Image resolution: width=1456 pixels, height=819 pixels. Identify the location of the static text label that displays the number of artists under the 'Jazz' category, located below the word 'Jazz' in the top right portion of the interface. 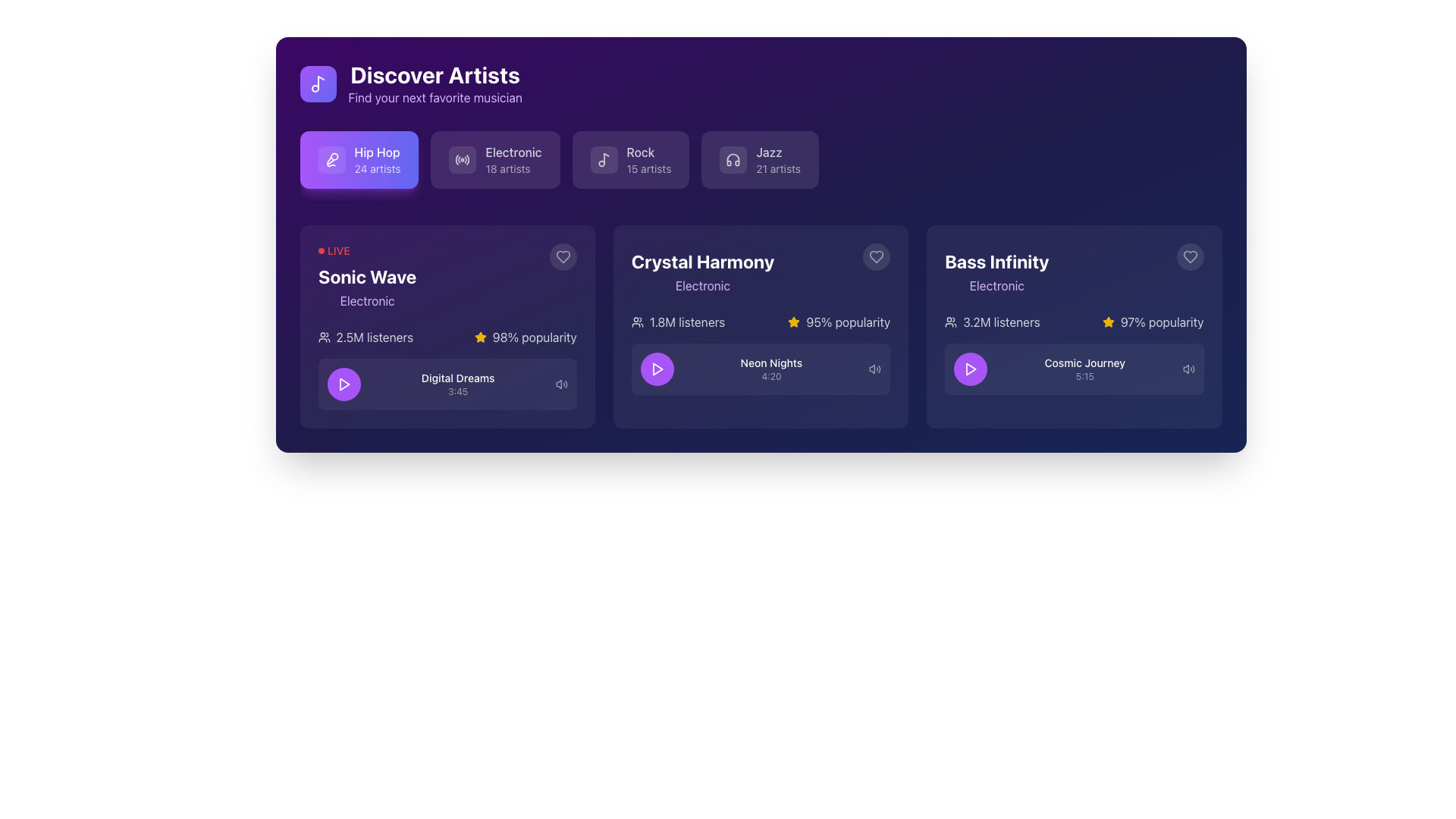
(778, 169).